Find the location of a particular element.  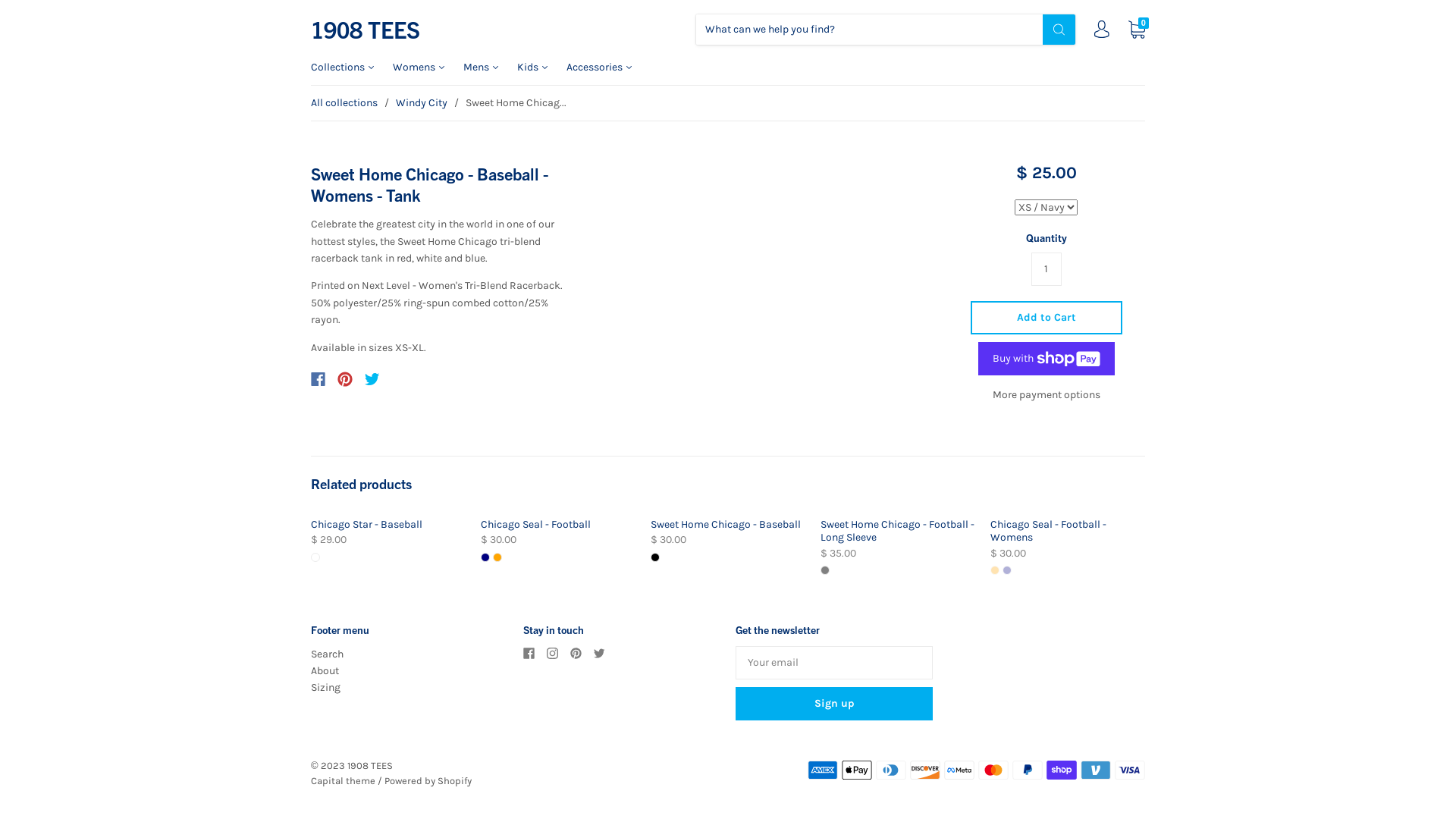

'Add to Cart' is located at coordinates (1046, 317).